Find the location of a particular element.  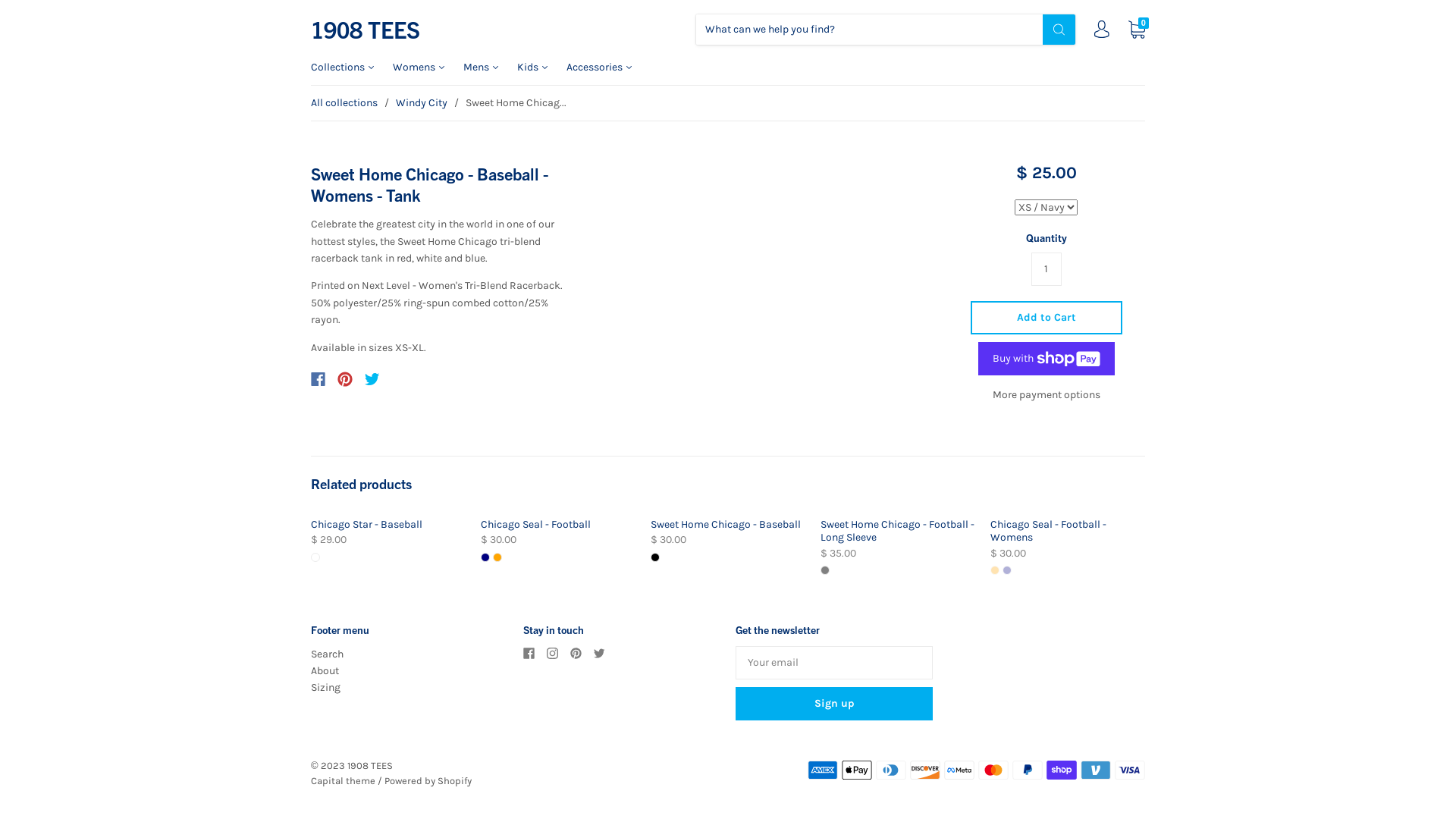

'Add to Cart' is located at coordinates (1046, 317).